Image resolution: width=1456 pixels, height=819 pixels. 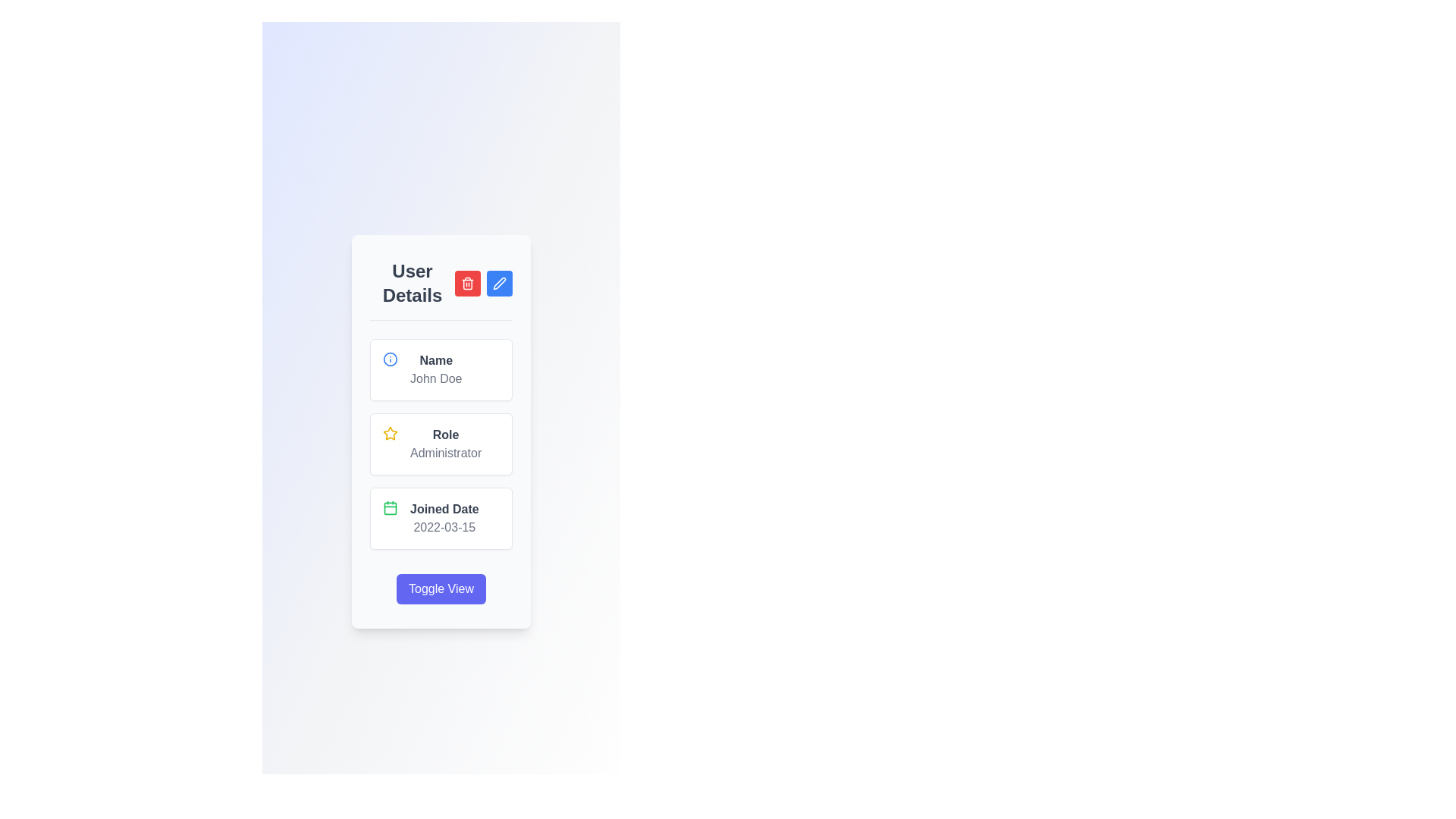 I want to click on the green calendar icon located within the 'Joined Date' section, positioned to the left of the 'Joined Date' label, so click(x=390, y=507).